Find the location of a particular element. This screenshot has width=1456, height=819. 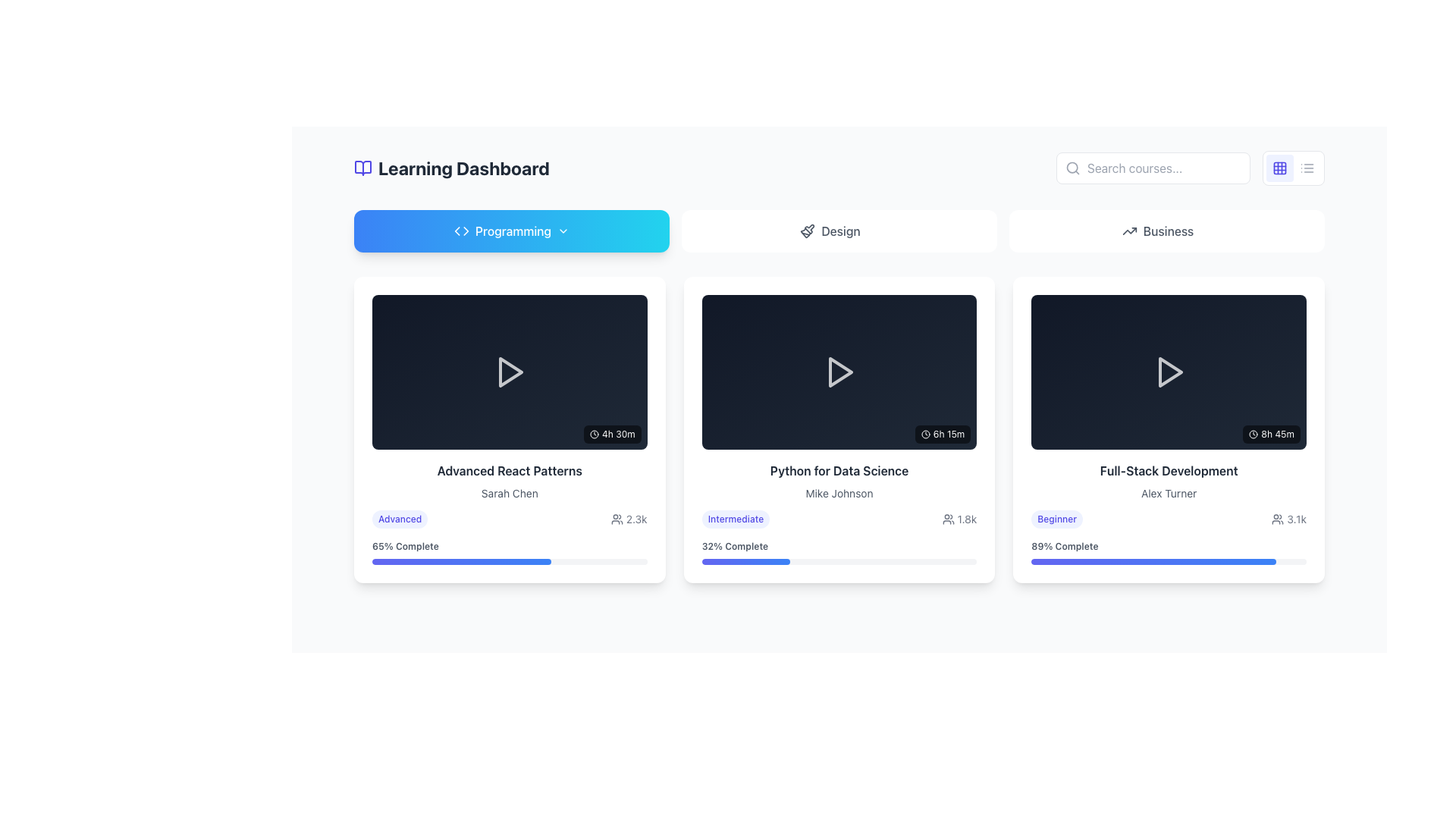

the decorative search icon located in the top-right of the interface, adjacent to the input field and to the right of the navigation buttons is located at coordinates (1072, 168).